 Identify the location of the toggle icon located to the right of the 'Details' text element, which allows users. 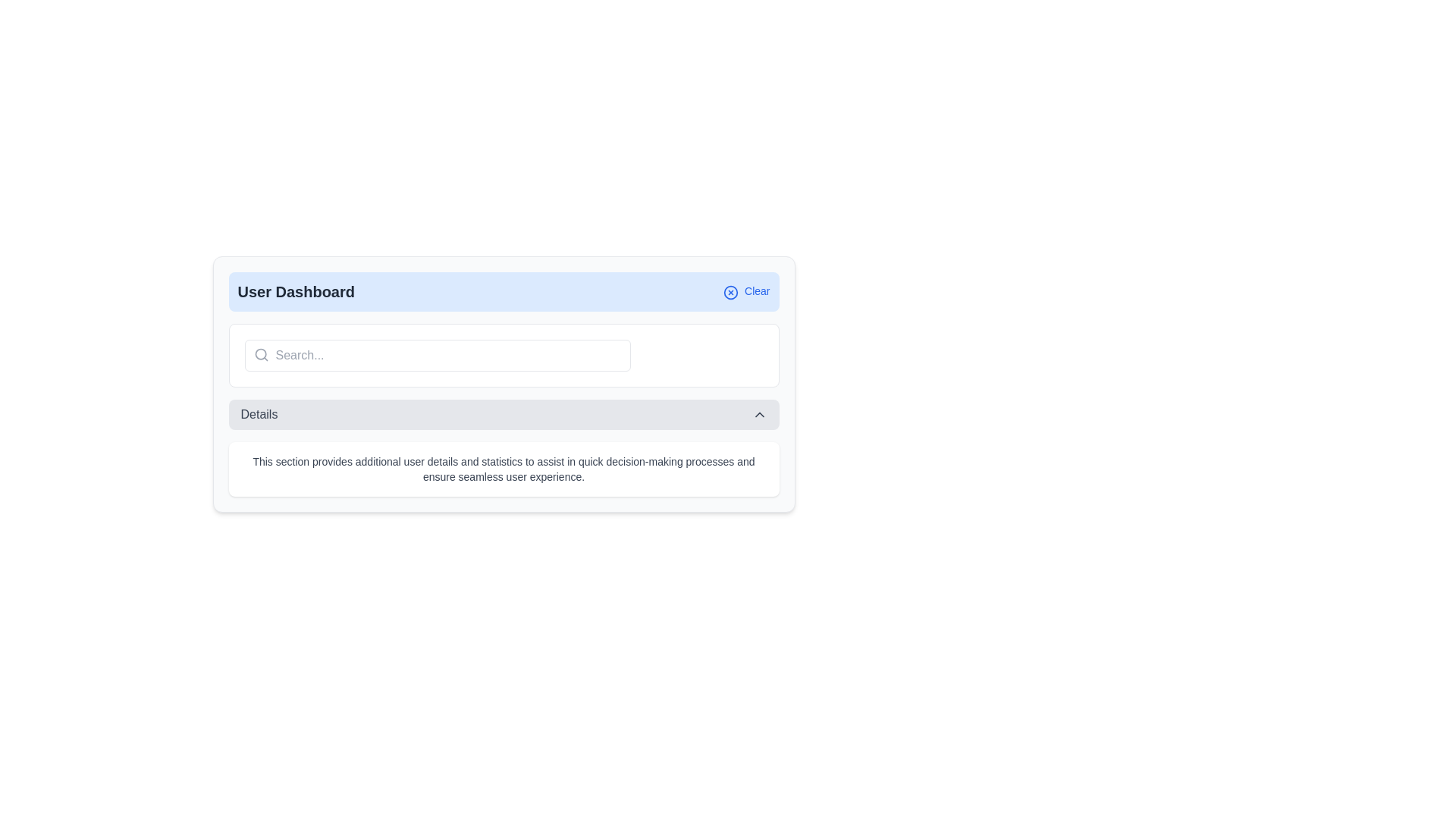
(759, 415).